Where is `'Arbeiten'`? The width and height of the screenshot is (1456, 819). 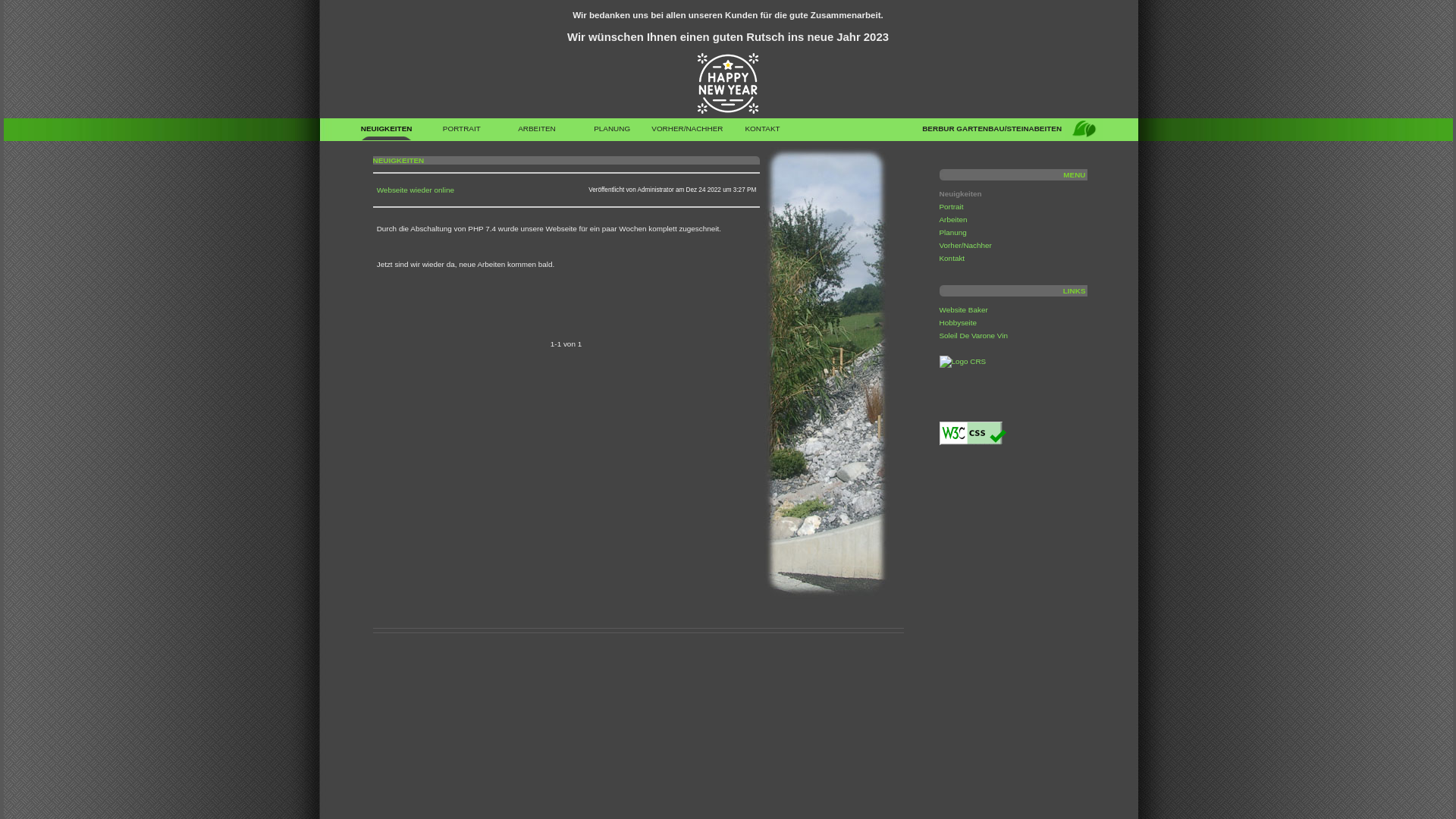
'Arbeiten' is located at coordinates (952, 219).